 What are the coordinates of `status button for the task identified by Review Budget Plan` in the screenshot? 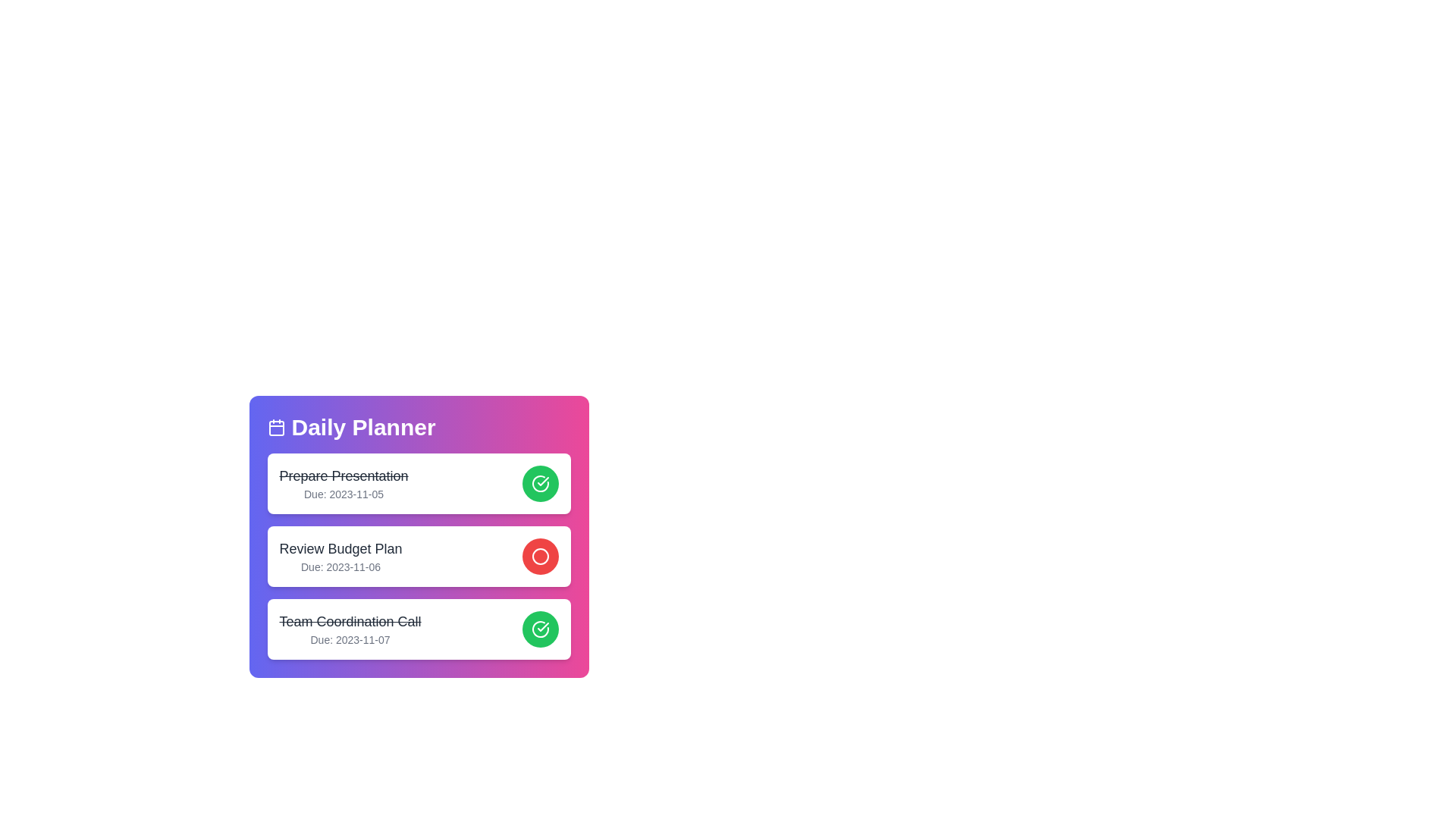 It's located at (540, 556).